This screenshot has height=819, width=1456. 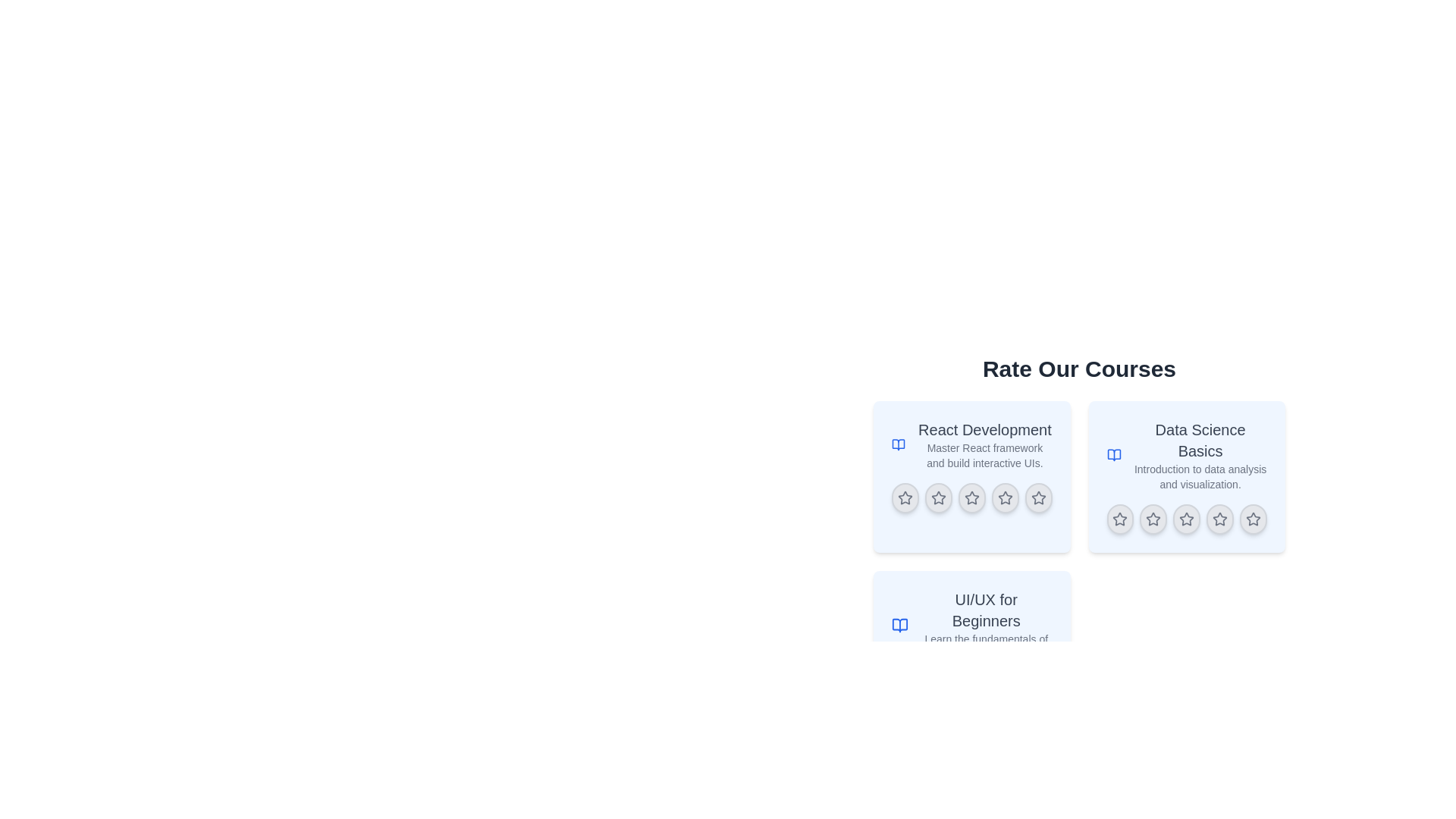 What do you see at coordinates (1200, 475) in the screenshot?
I see `text label displaying 'Introduction to data analysis and visualization.' which is positioned below the title 'Data Science Basics' in a card-like section` at bounding box center [1200, 475].